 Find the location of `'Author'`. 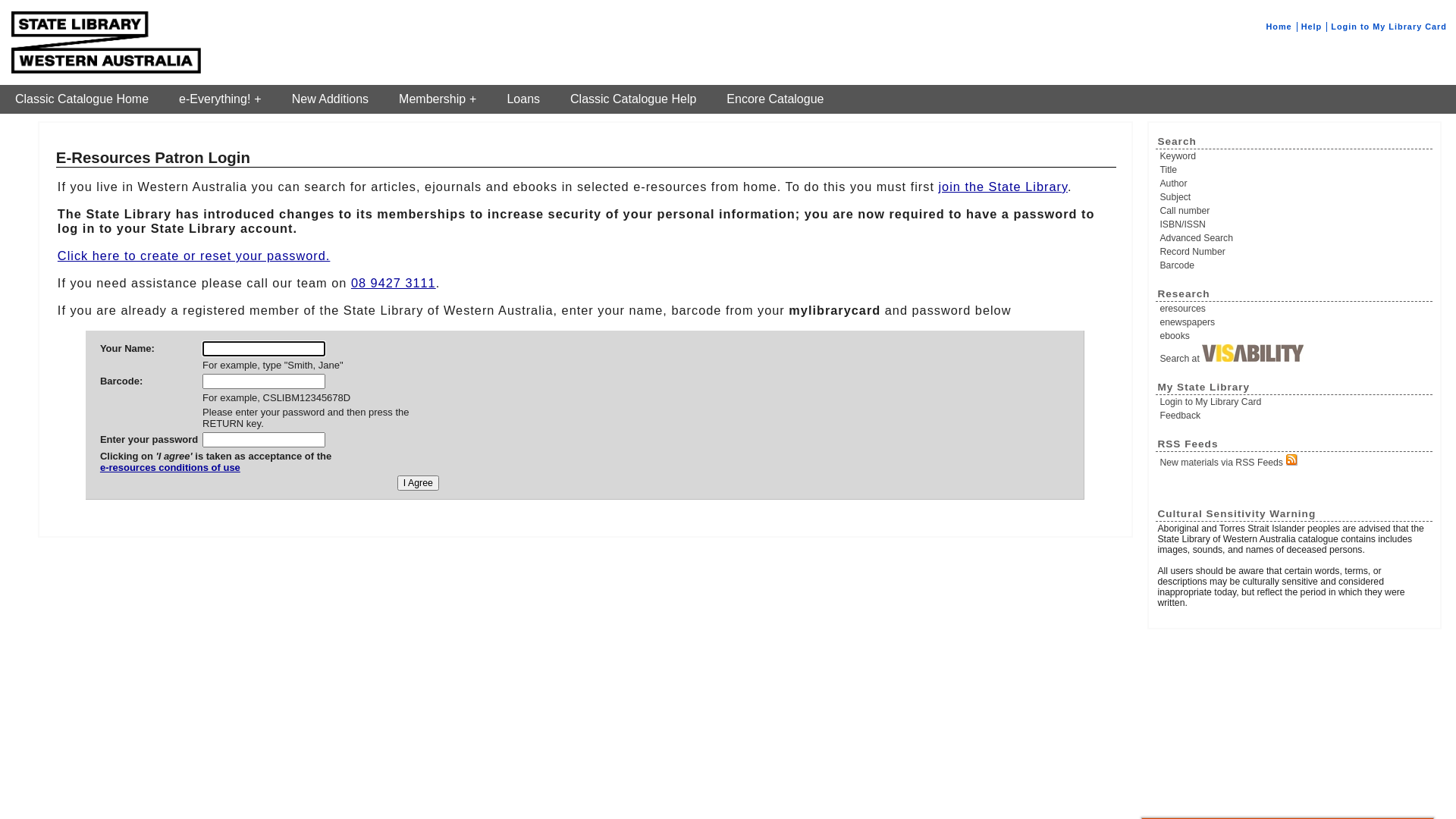

'Author' is located at coordinates (1294, 183).